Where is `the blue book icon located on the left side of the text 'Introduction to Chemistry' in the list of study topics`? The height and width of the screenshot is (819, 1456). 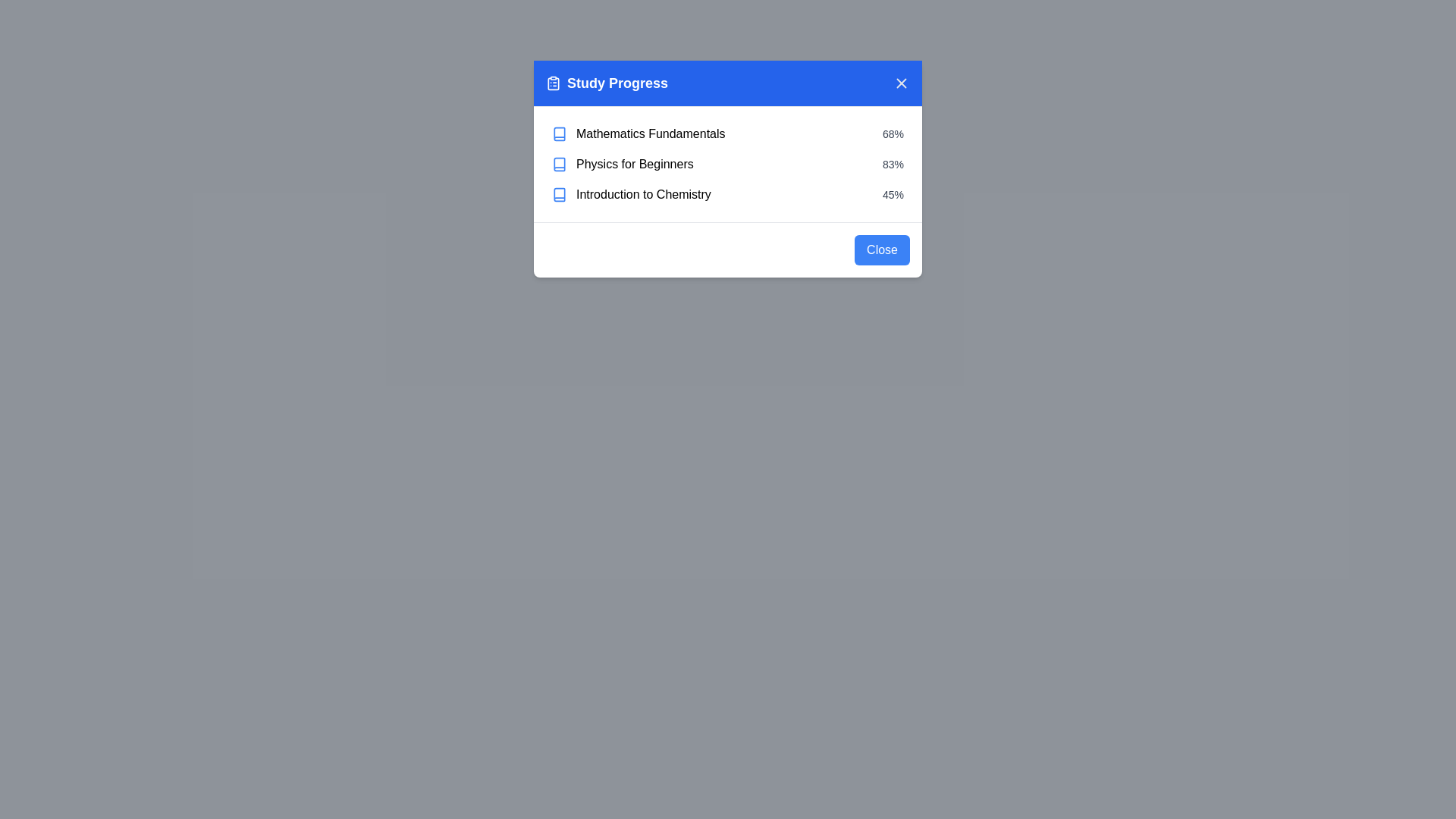 the blue book icon located on the left side of the text 'Introduction to Chemistry' in the list of study topics is located at coordinates (559, 194).